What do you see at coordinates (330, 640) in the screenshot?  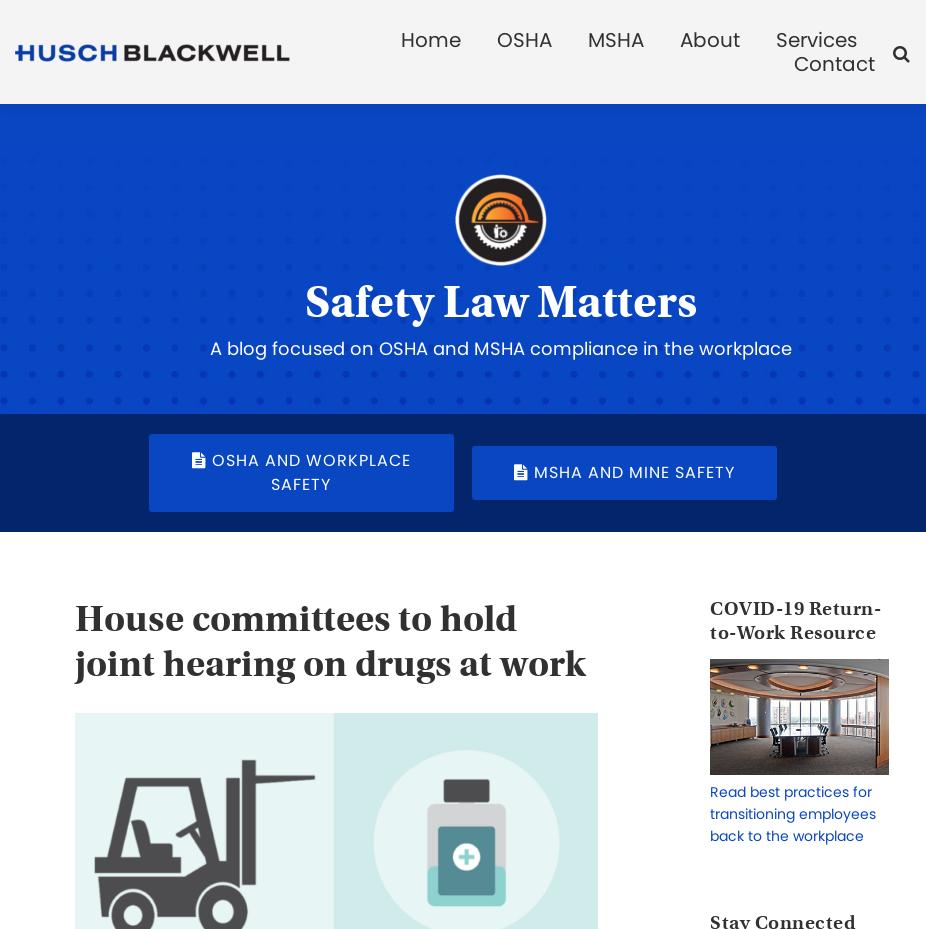 I see `'House committees to hold joint hearing on drugs at work'` at bounding box center [330, 640].